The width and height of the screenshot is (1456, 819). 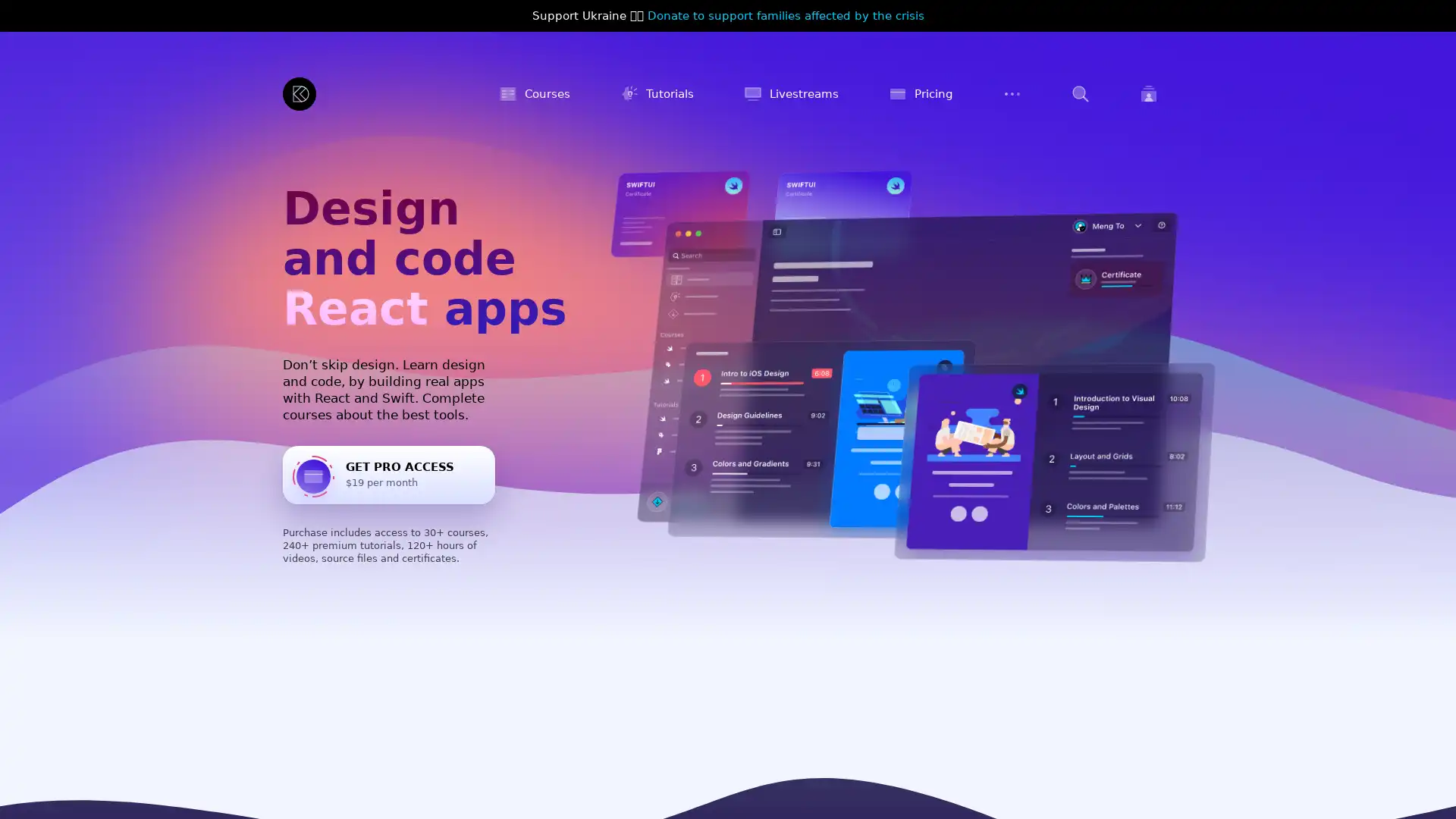 What do you see at coordinates (1149, 93) in the screenshot?
I see `undefined icon` at bounding box center [1149, 93].